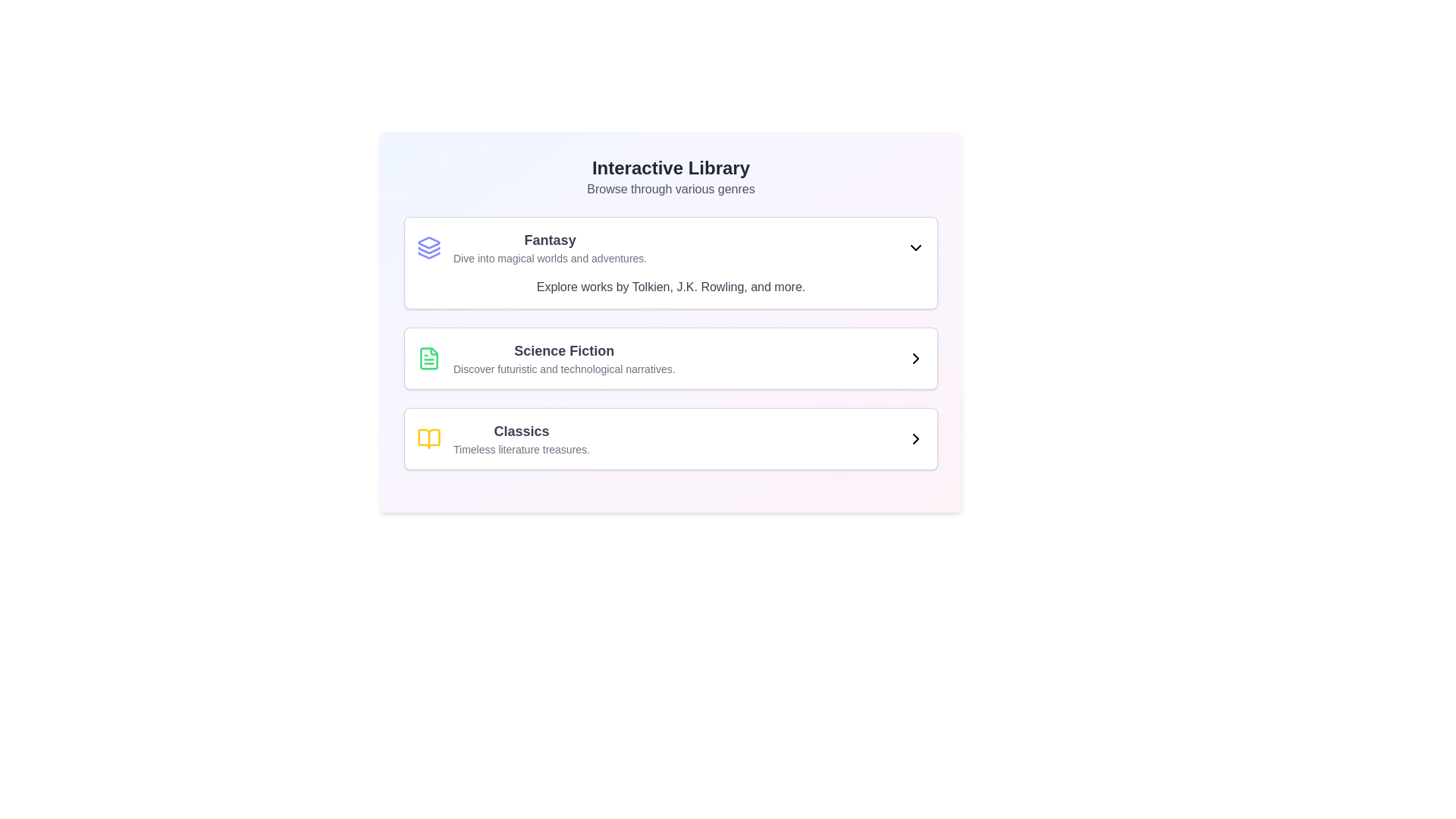  I want to click on the third Card Section in the vertical list of categories, so click(670, 438).